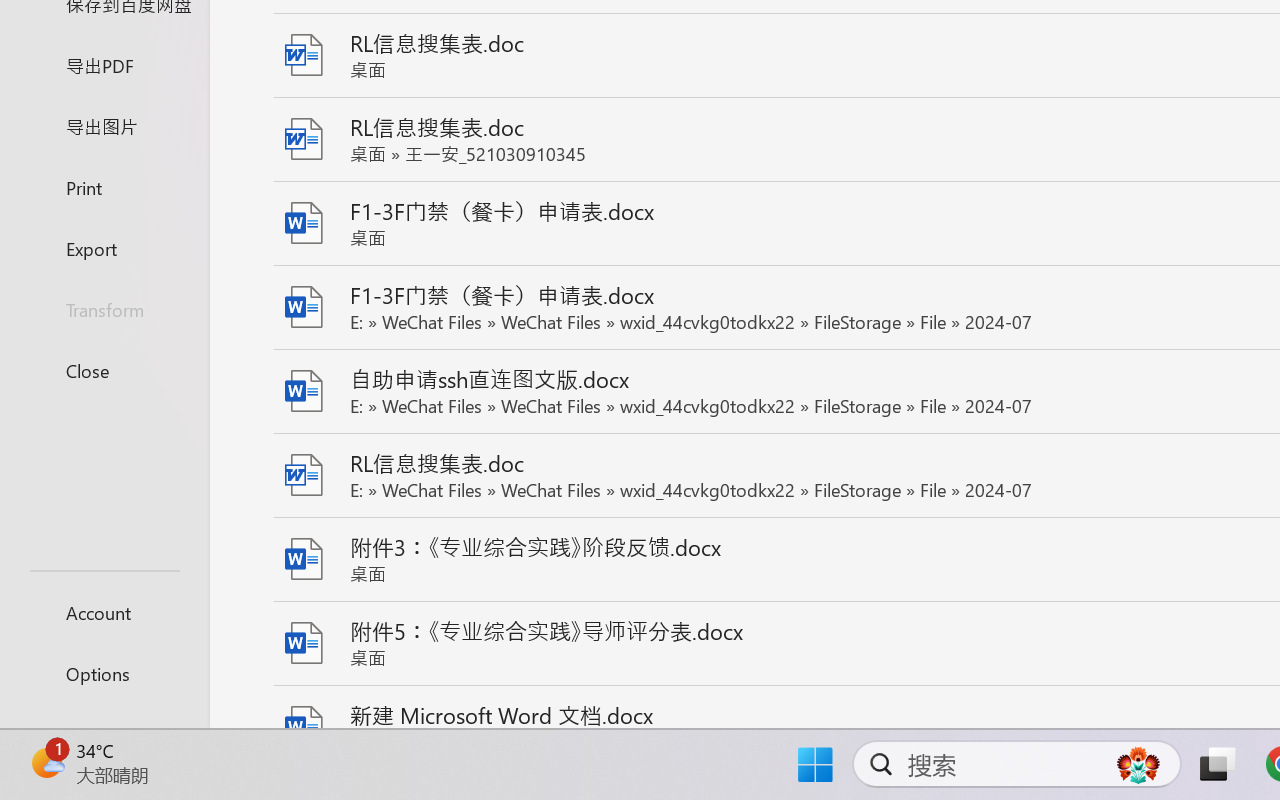 This screenshot has width=1280, height=800. Describe the element at coordinates (1138, 764) in the screenshot. I see `'AutomationID: DynamicSearchBoxGleamImage'` at that location.